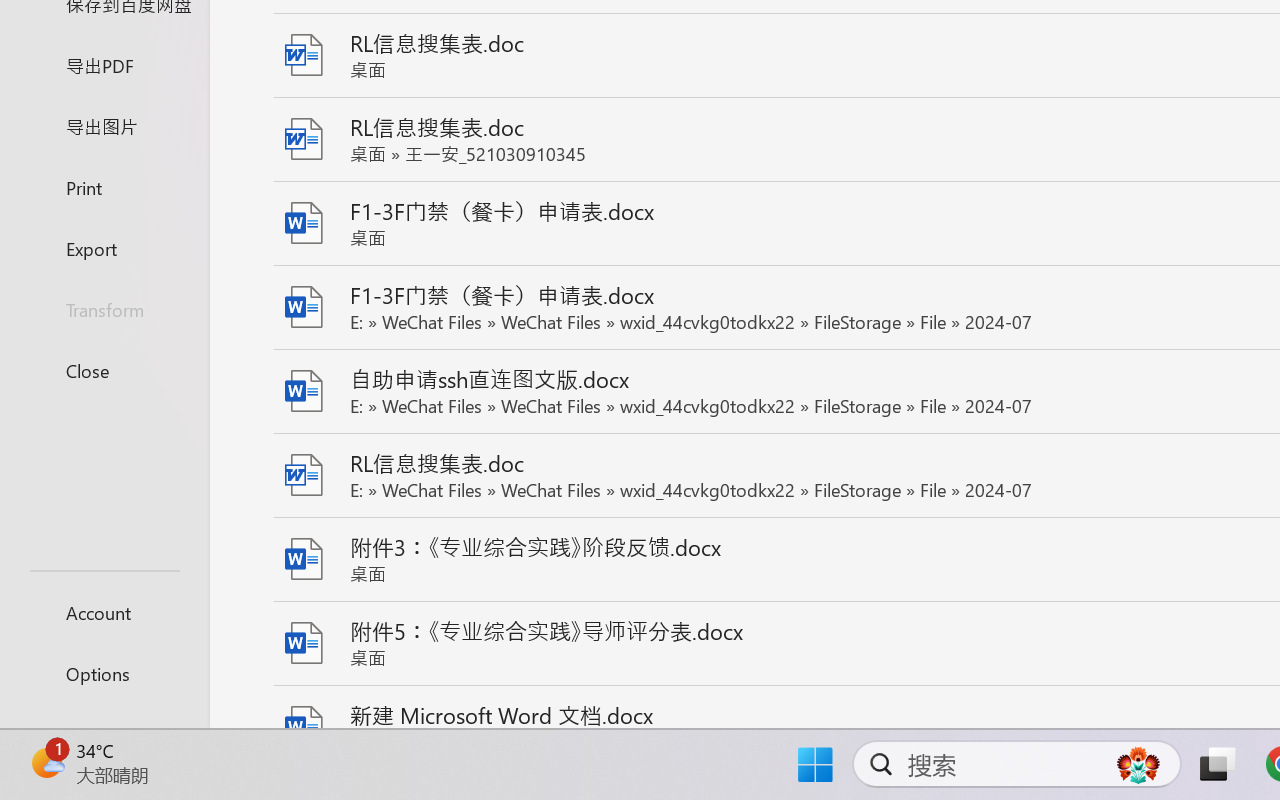 This screenshot has width=1280, height=800. Describe the element at coordinates (1138, 764) in the screenshot. I see `'AutomationID: DynamicSearchBoxGleamImage'` at that location.